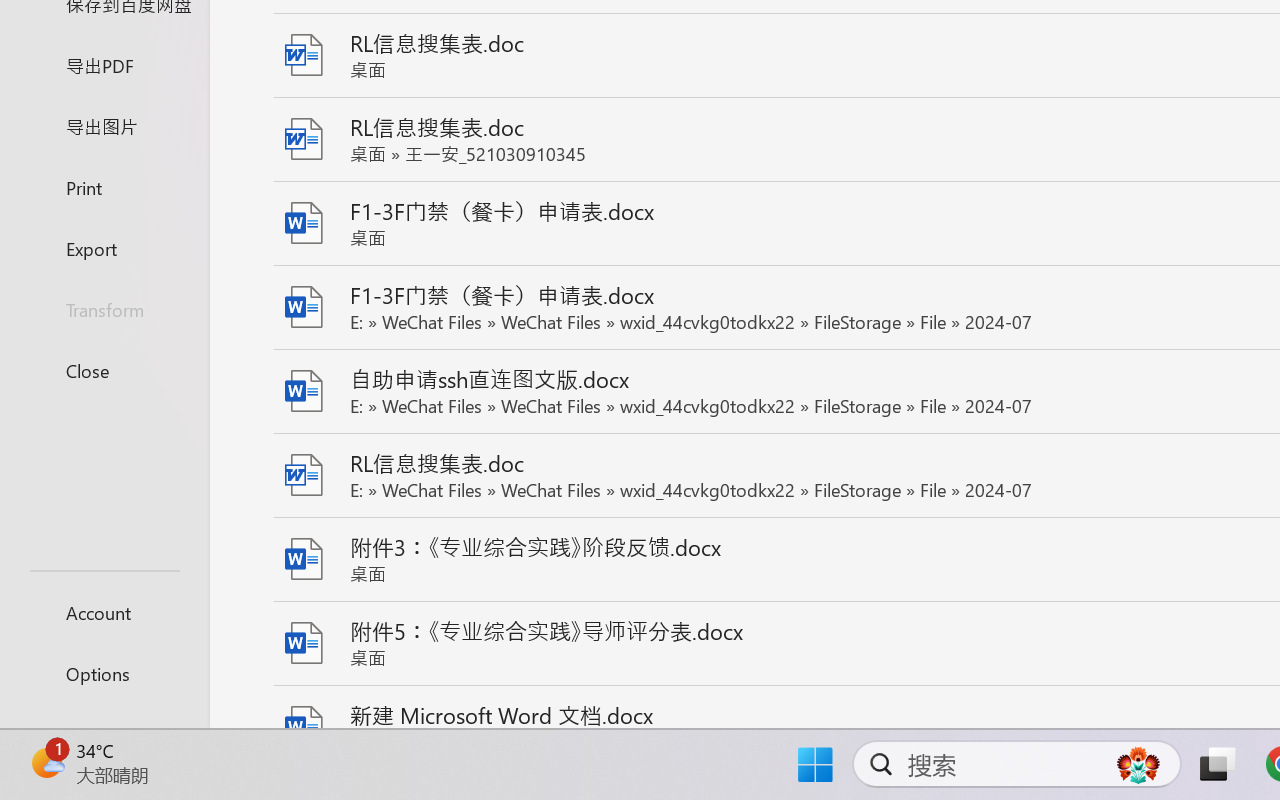 This screenshot has width=1280, height=800. Describe the element at coordinates (1138, 764) in the screenshot. I see `'AutomationID: DynamicSearchBoxGleamImage'` at that location.